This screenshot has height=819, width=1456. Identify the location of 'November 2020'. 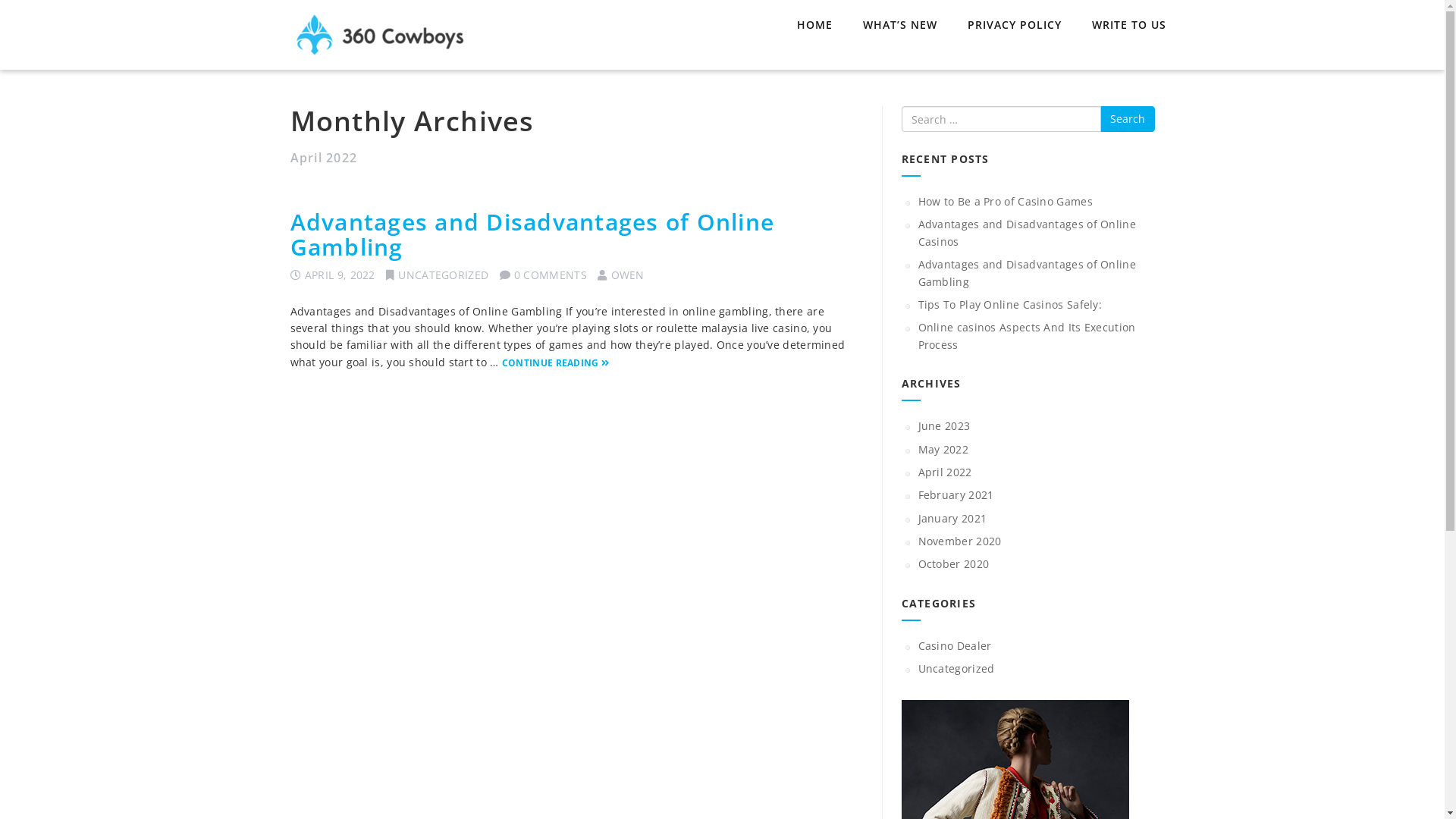
(959, 540).